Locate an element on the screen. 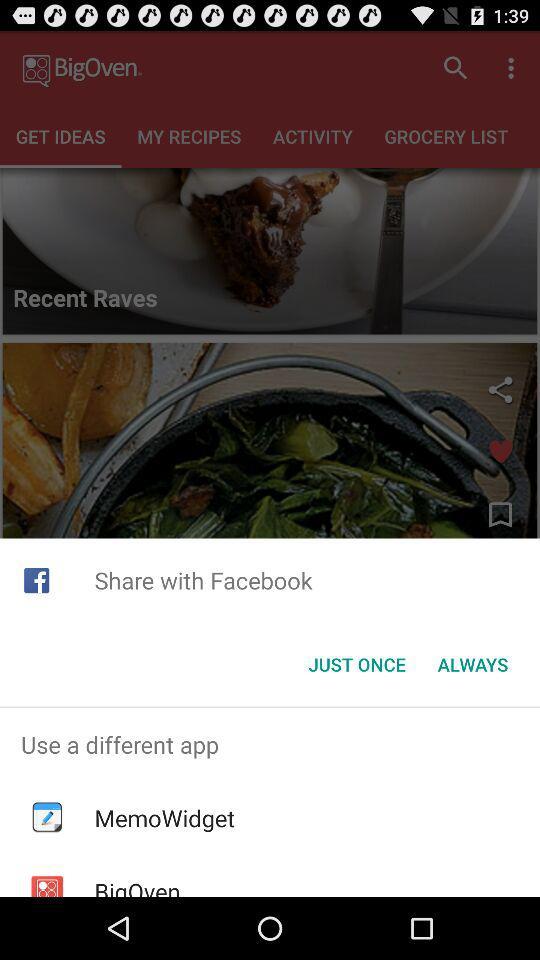  app below share with facebook icon is located at coordinates (472, 664).